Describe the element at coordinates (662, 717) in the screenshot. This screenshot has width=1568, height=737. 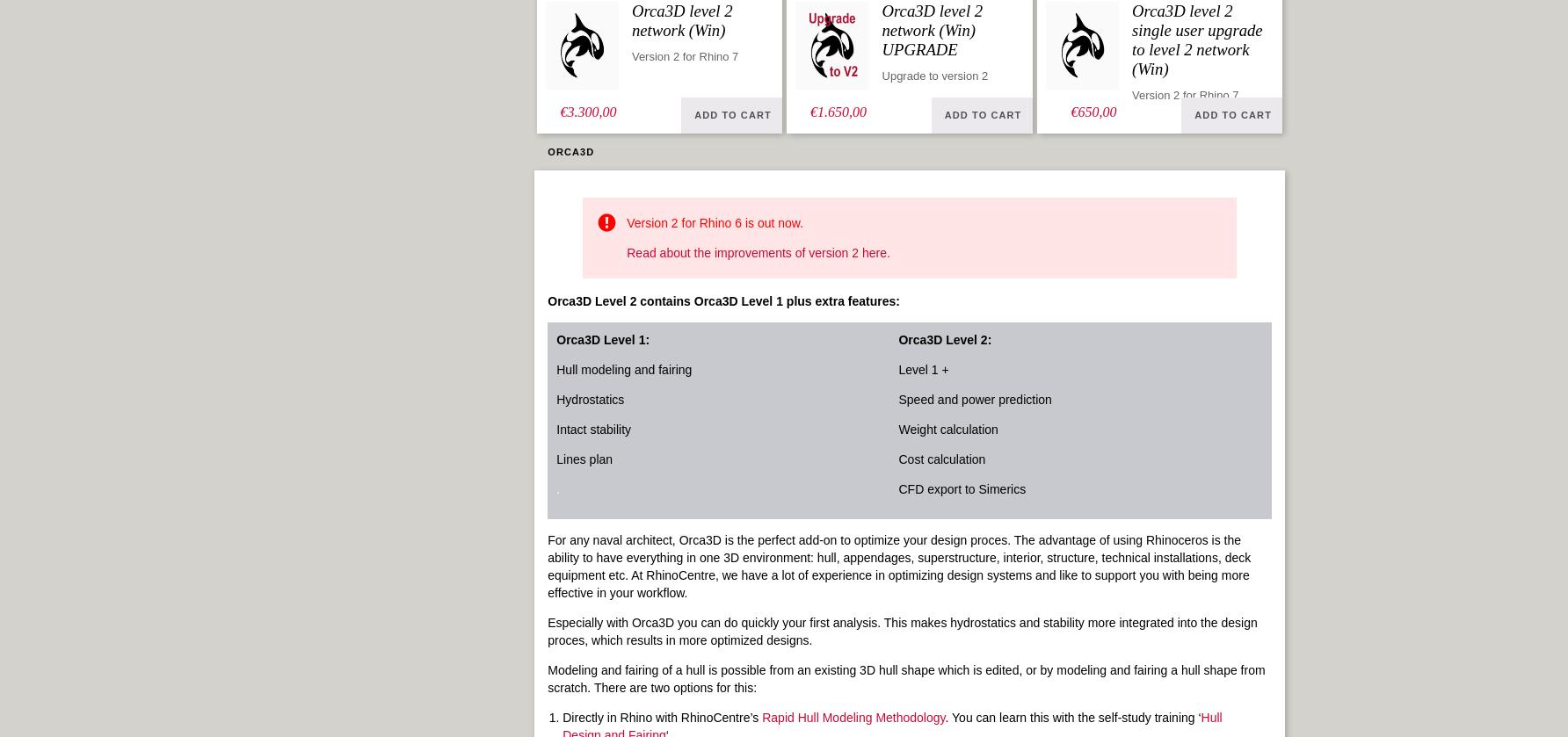
I see `'Directly in Rhino with RhinoCentre’s'` at that location.